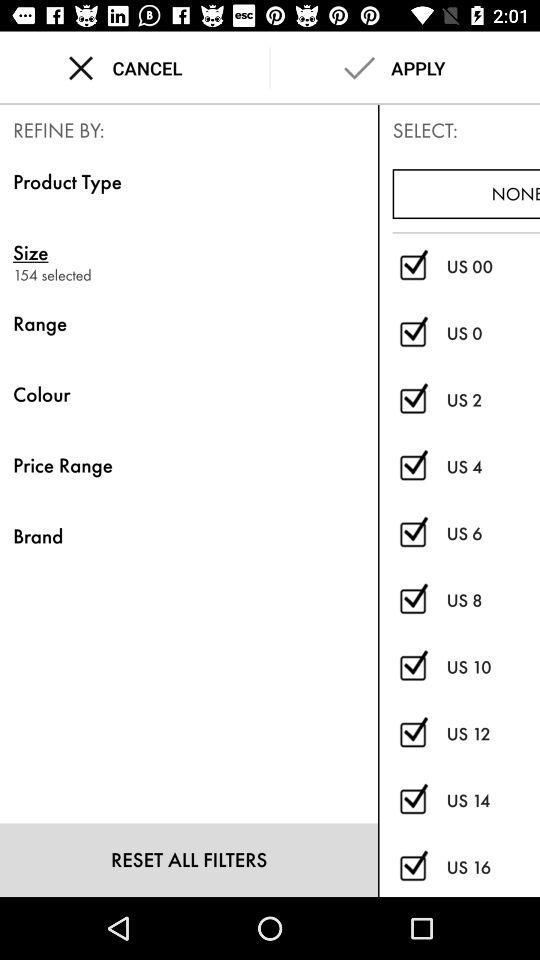  What do you see at coordinates (492, 733) in the screenshot?
I see `item below the us 10 icon` at bounding box center [492, 733].